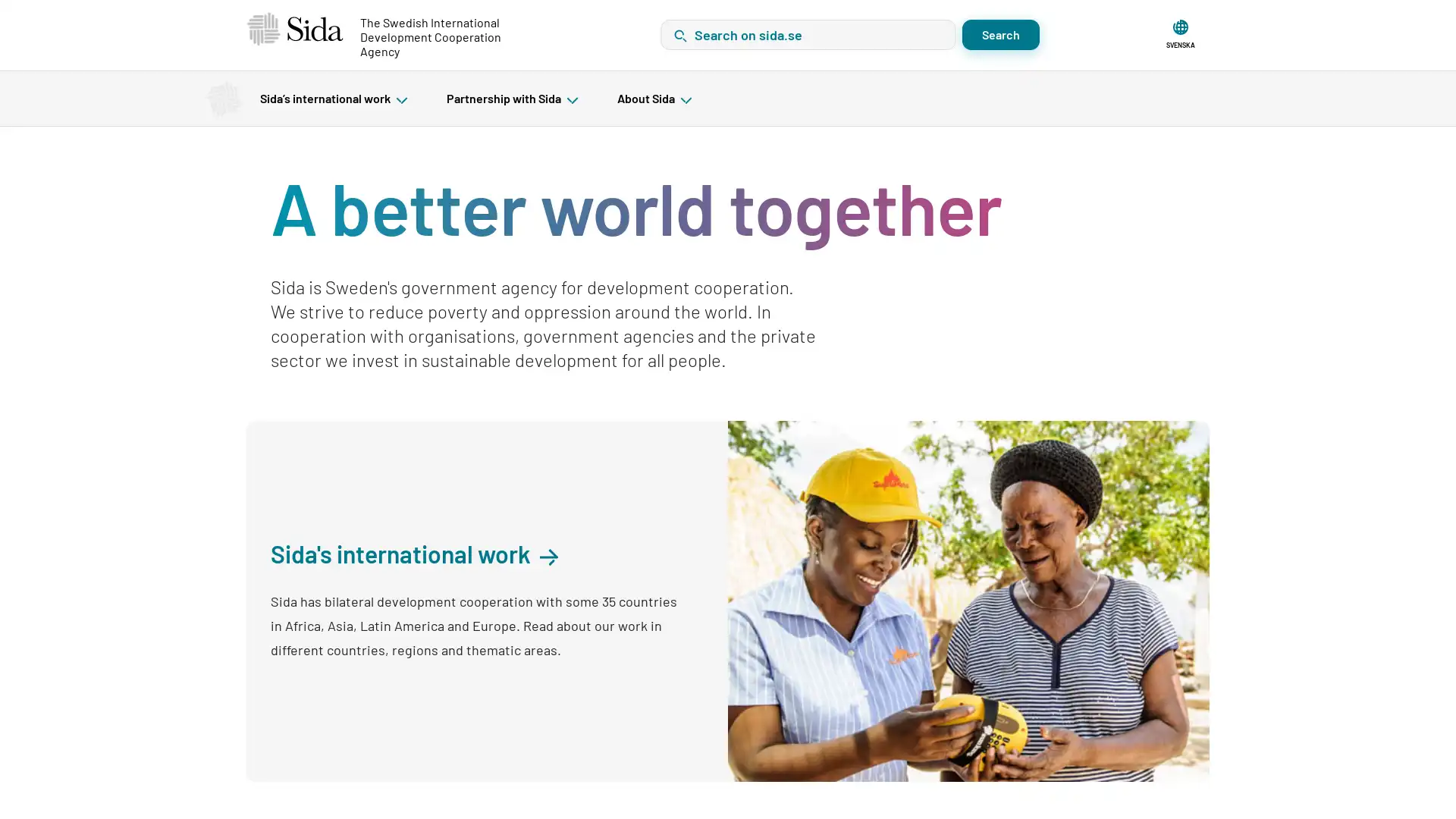  I want to click on SVENSKA, so click(1179, 34).